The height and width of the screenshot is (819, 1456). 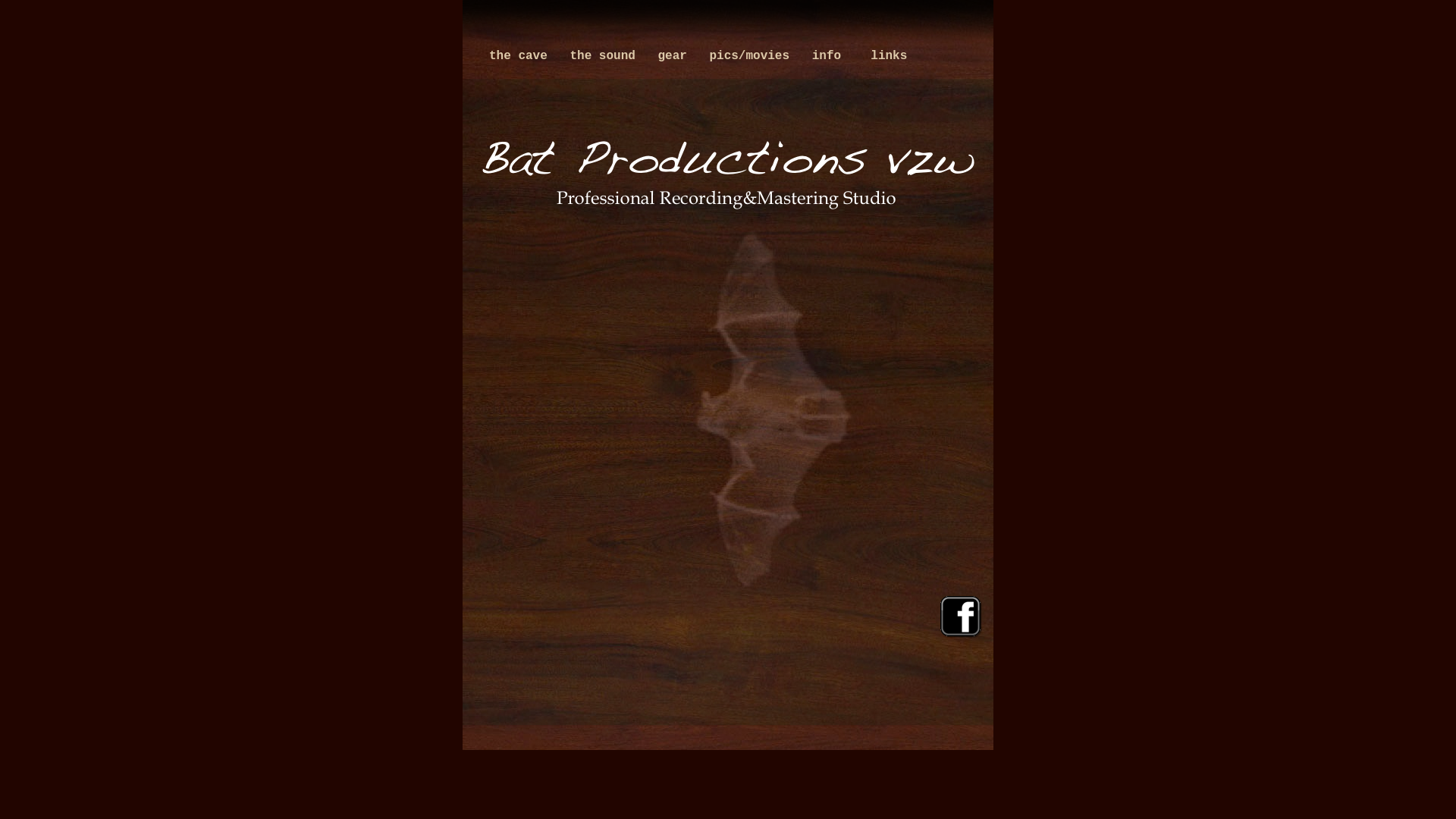 I want to click on 'pics/movies', so click(x=708, y=55).